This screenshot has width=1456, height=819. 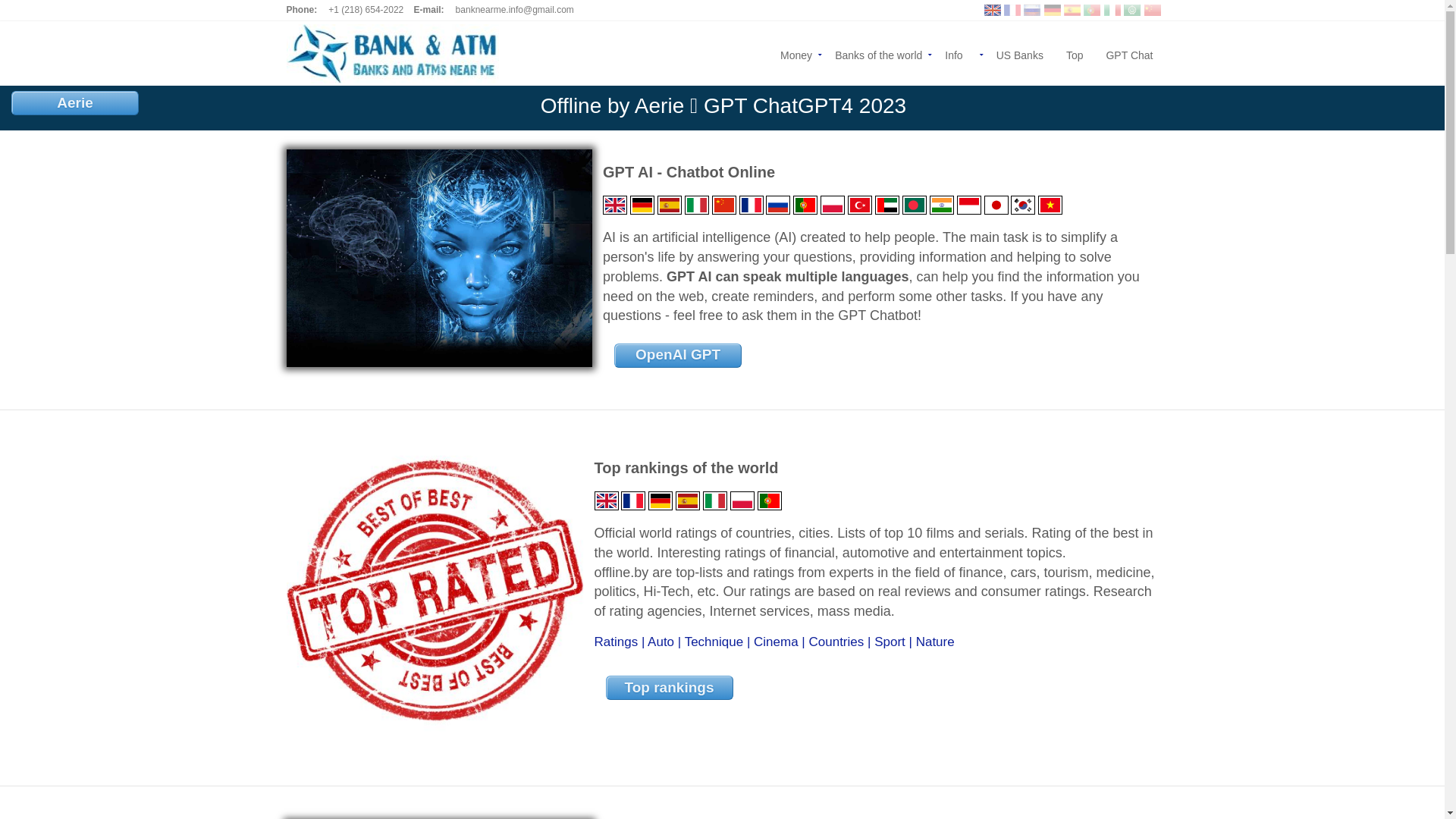 I want to click on 'Nature', so click(x=934, y=642).